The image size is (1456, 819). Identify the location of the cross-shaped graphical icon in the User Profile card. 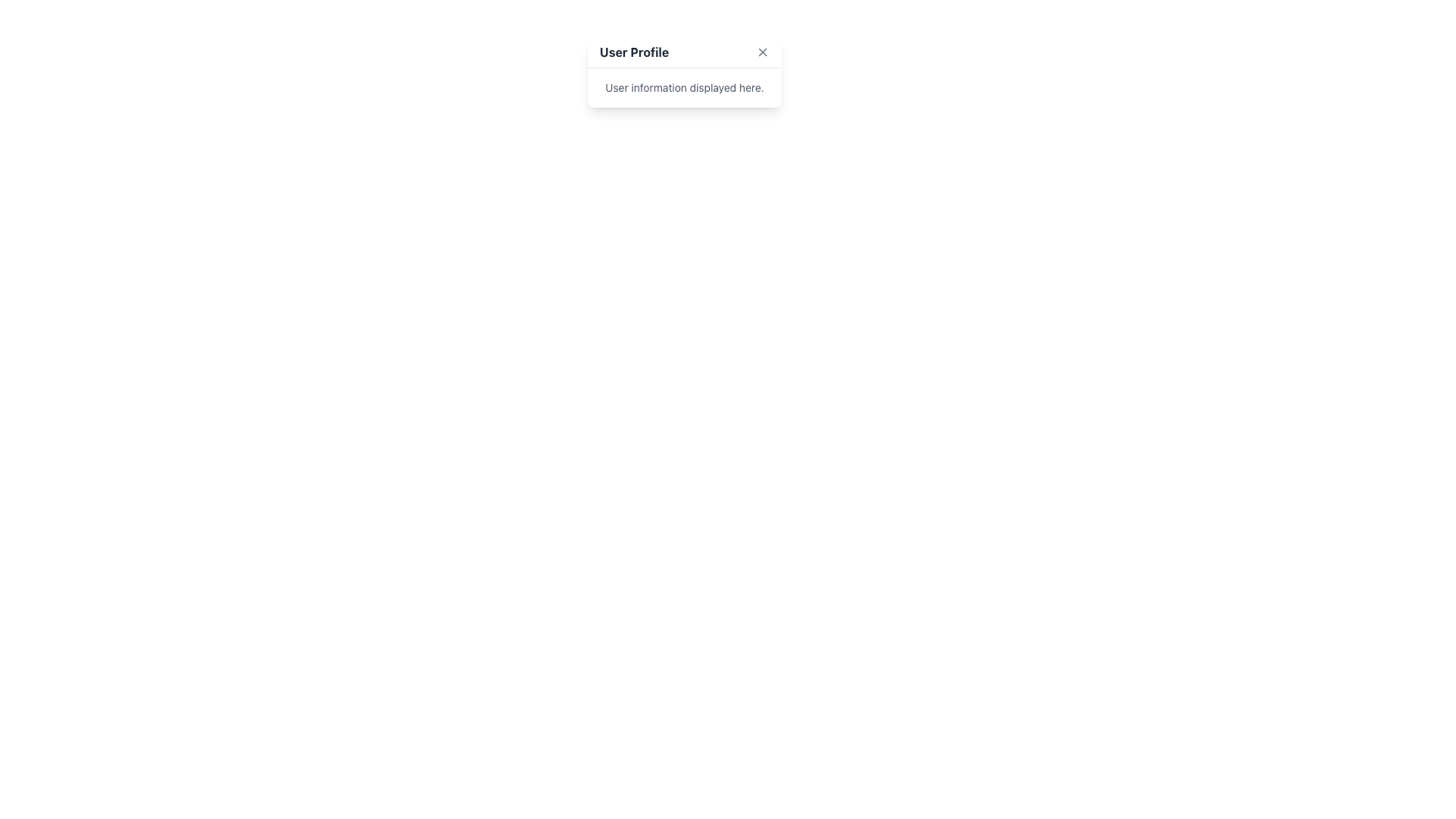
(763, 51).